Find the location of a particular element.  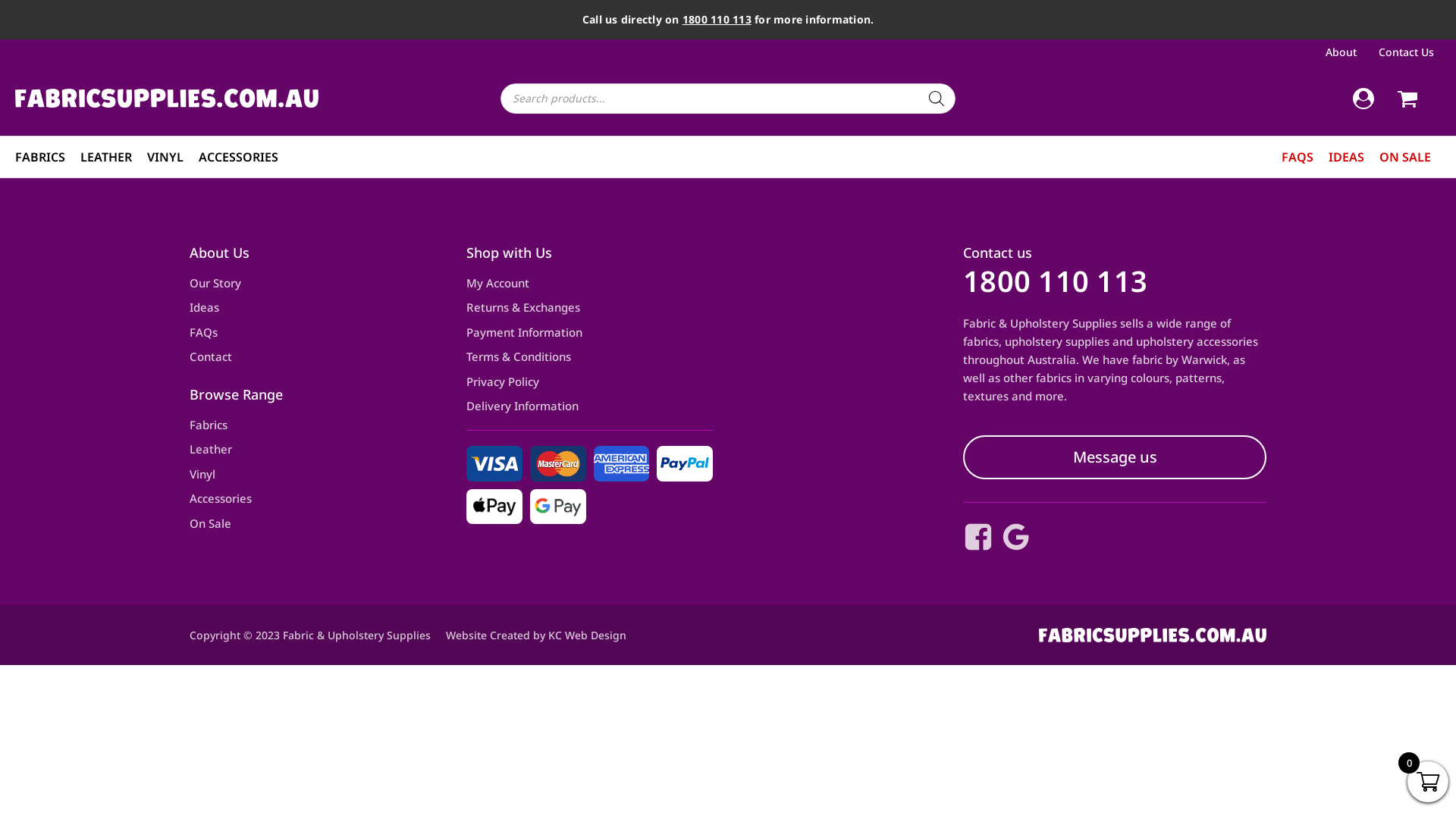

'1800 110 113' is located at coordinates (716, 19).